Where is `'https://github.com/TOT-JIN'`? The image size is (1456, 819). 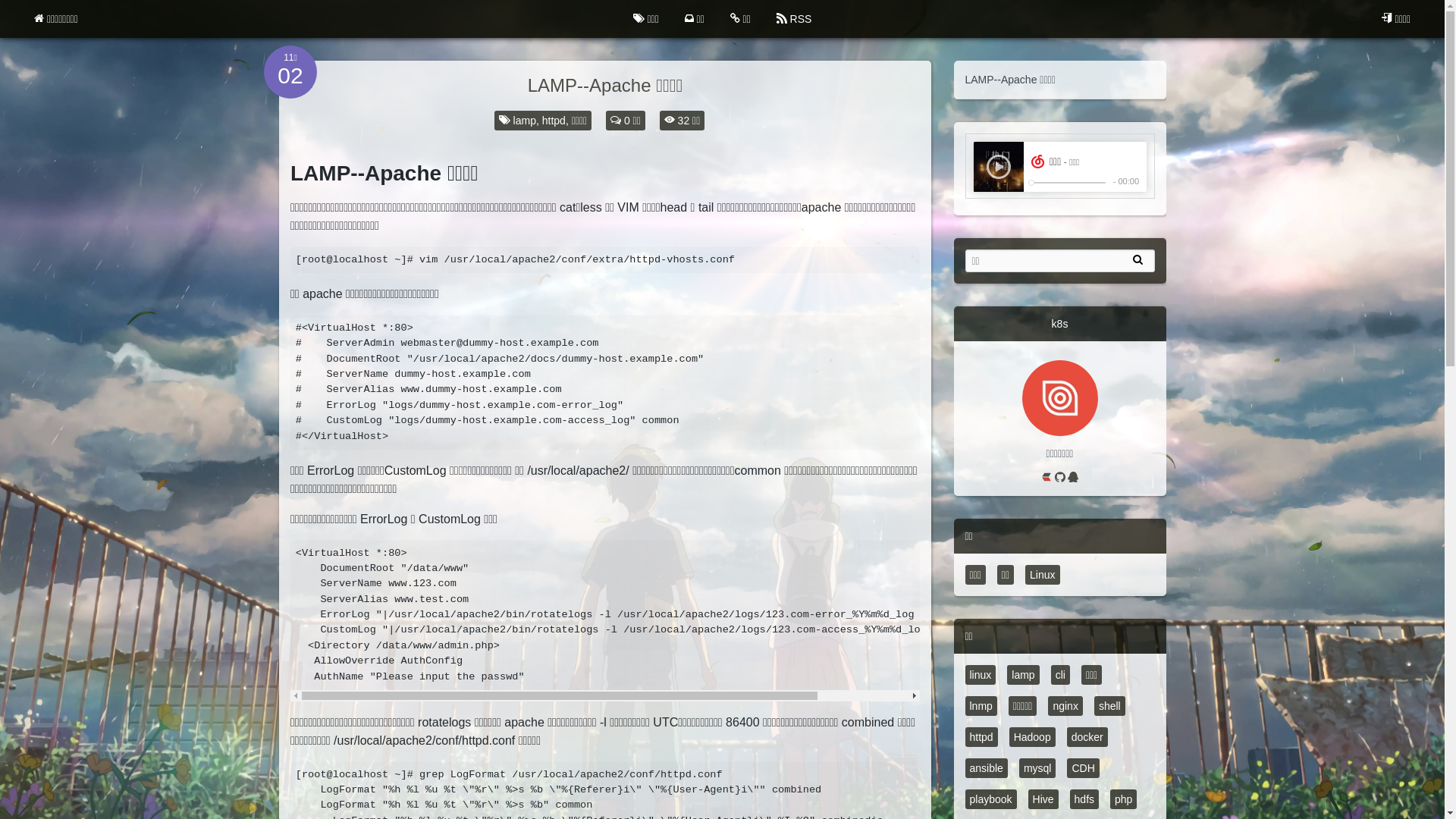 'https://github.com/TOT-JIN' is located at coordinates (1053, 479).